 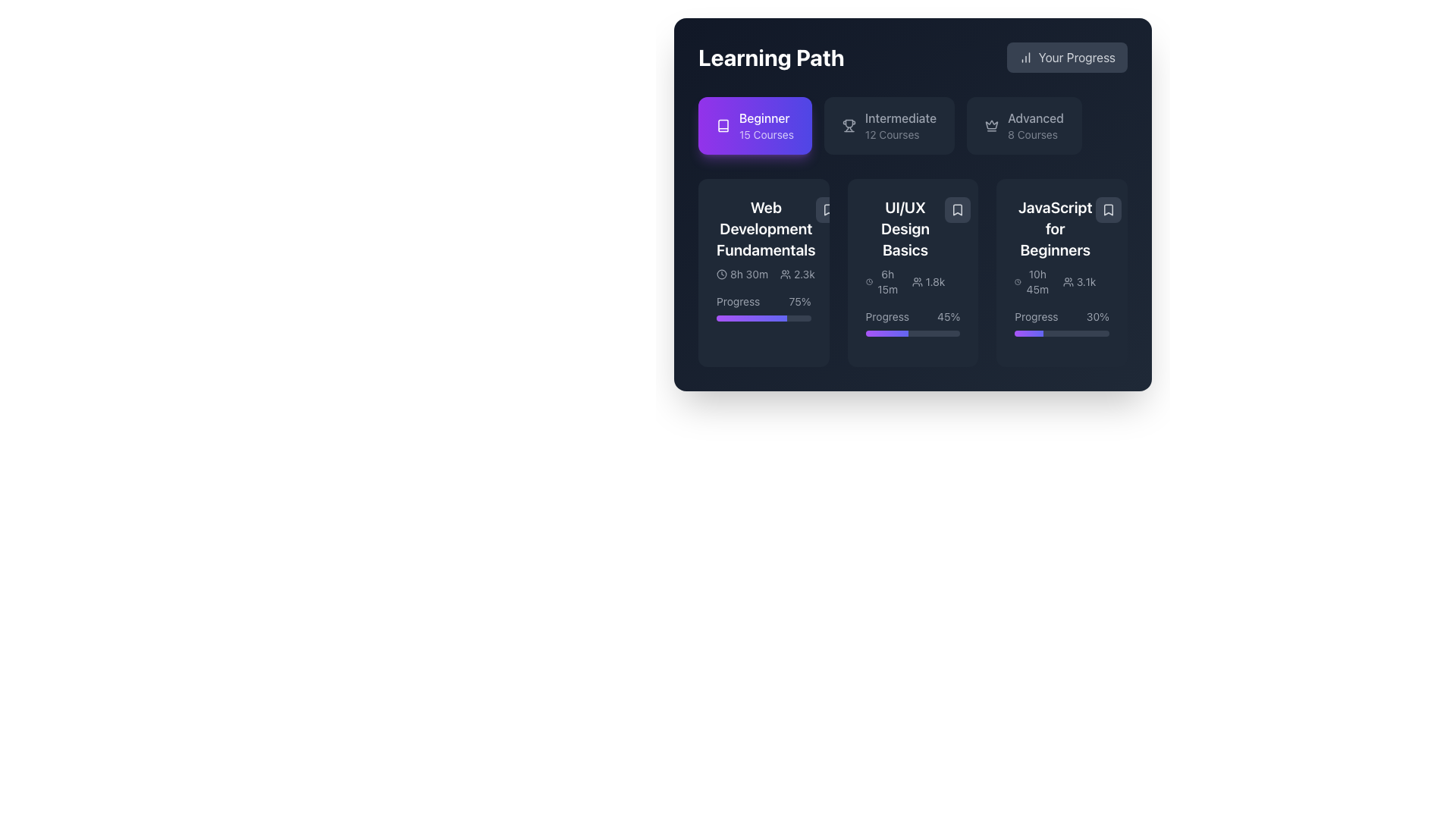 I want to click on the small rectangular button with rounded corners, styled in dark gray with a lighter gray bookmark icon, located at the top-right corner of the 'Web Development Fundamentals' card to interact, so click(x=827, y=210).